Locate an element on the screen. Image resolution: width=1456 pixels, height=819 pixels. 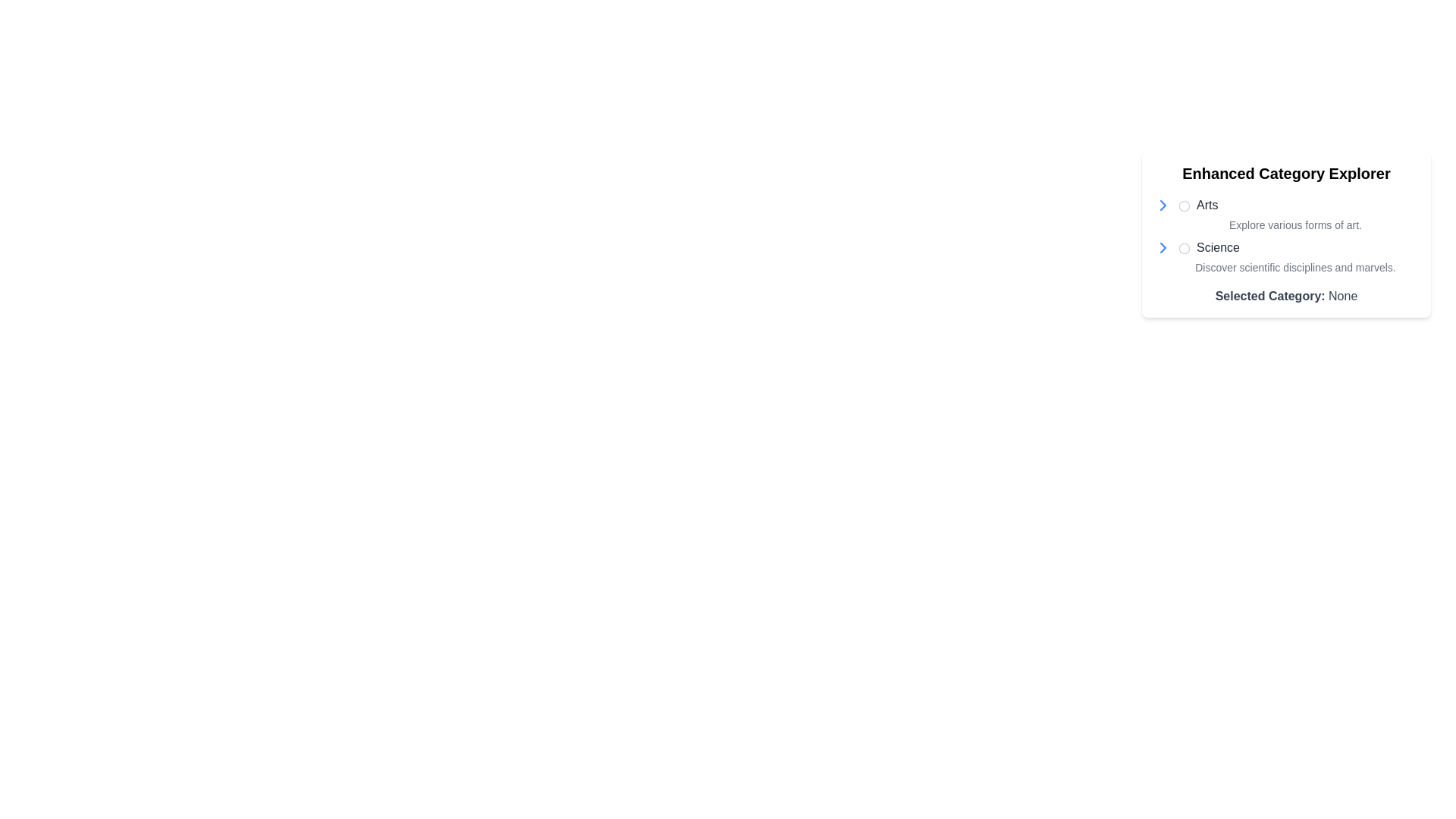
the circular checkbox icon for the 'Science' category is located at coordinates (1183, 247).